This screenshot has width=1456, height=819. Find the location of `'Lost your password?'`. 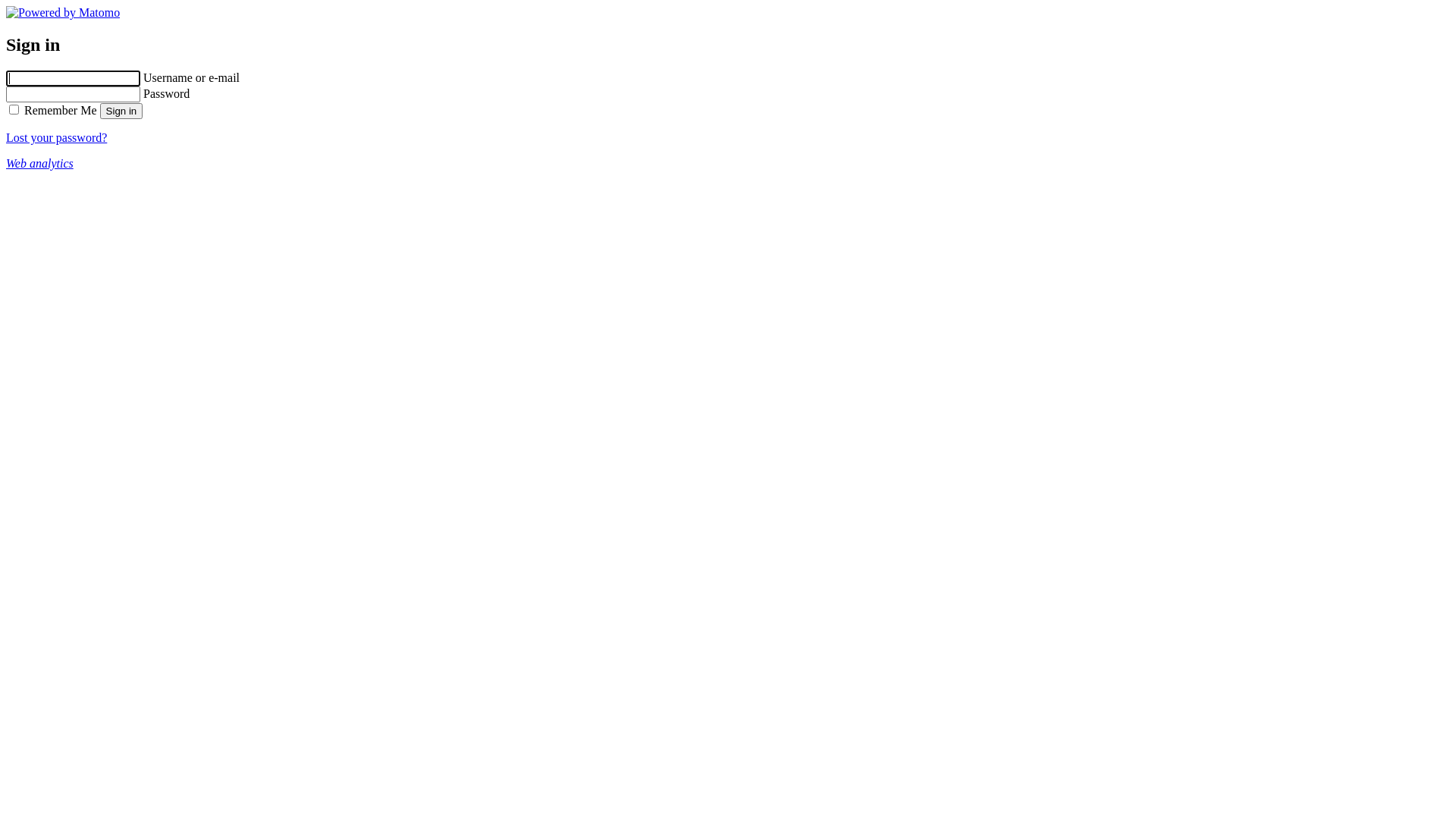

'Lost your password?' is located at coordinates (56, 137).